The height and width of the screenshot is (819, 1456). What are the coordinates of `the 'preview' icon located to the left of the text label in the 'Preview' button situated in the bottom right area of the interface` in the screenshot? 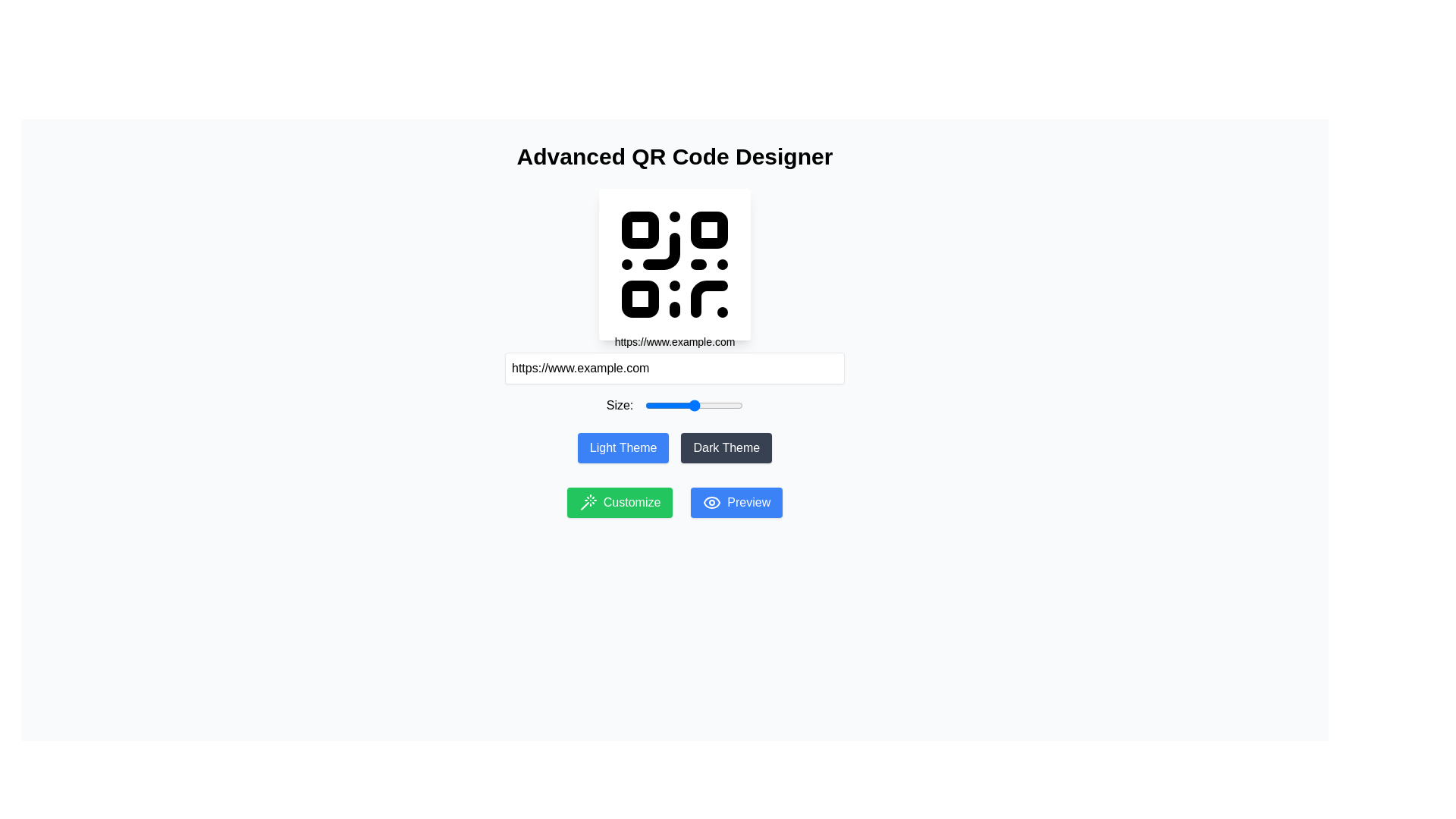 It's located at (711, 503).